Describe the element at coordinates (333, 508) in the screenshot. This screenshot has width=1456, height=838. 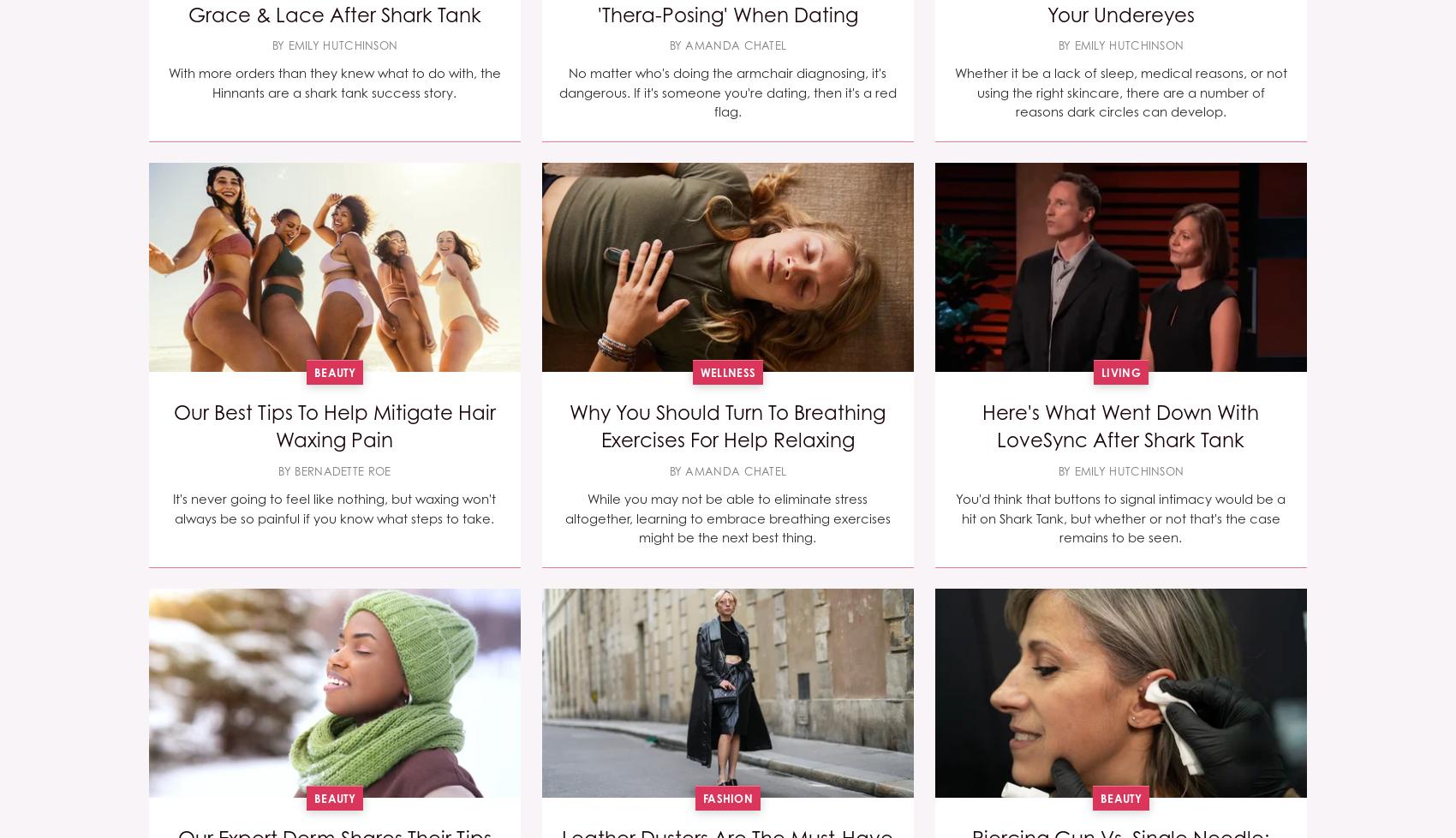
I see `'It's never going to feel like nothing, but waxing won't always be so painful if you know what steps to take.'` at that location.